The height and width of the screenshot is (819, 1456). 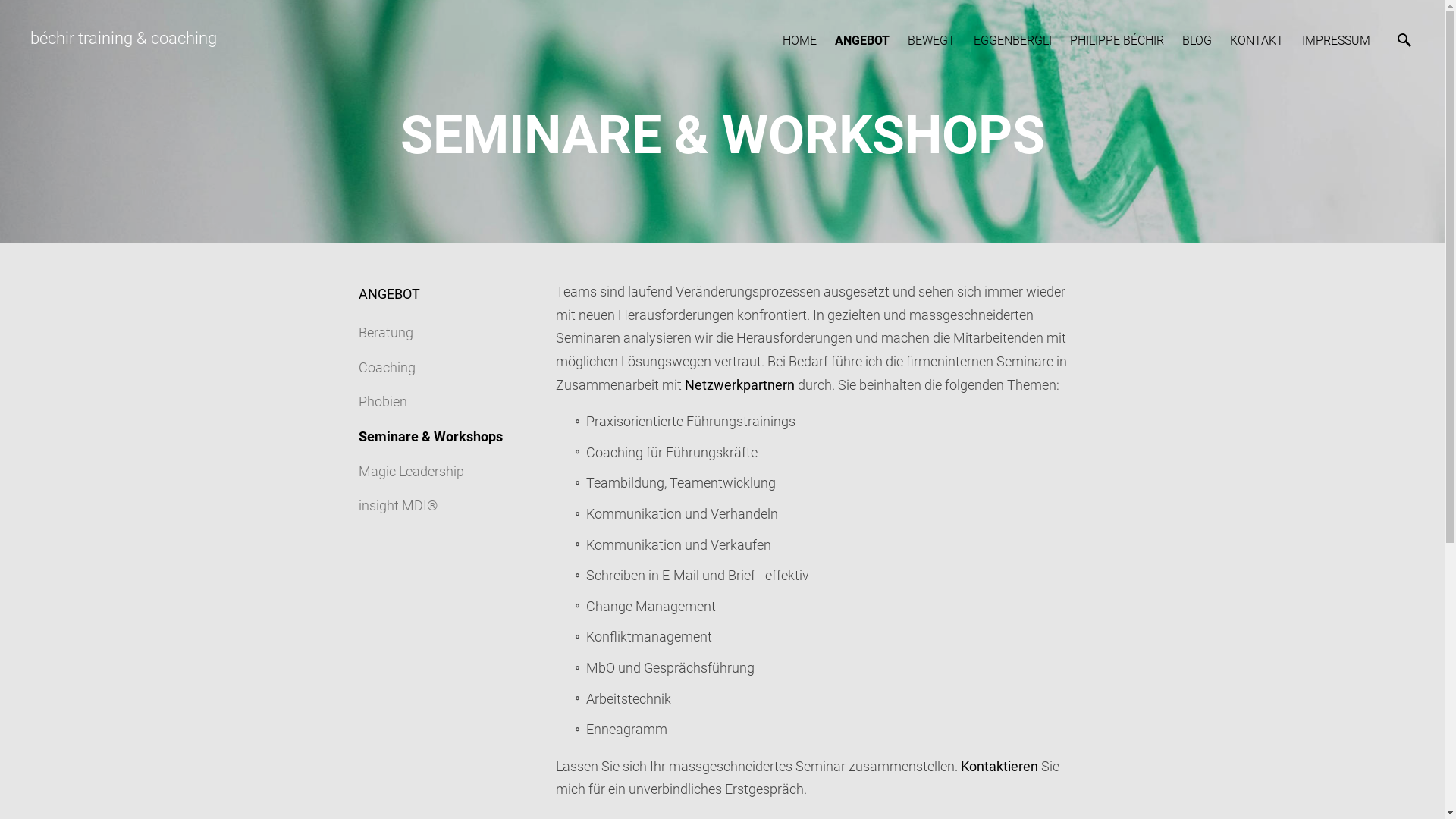 What do you see at coordinates (1196, 39) in the screenshot?
I see `'BLOG'` at bounding box center [1196, 39].